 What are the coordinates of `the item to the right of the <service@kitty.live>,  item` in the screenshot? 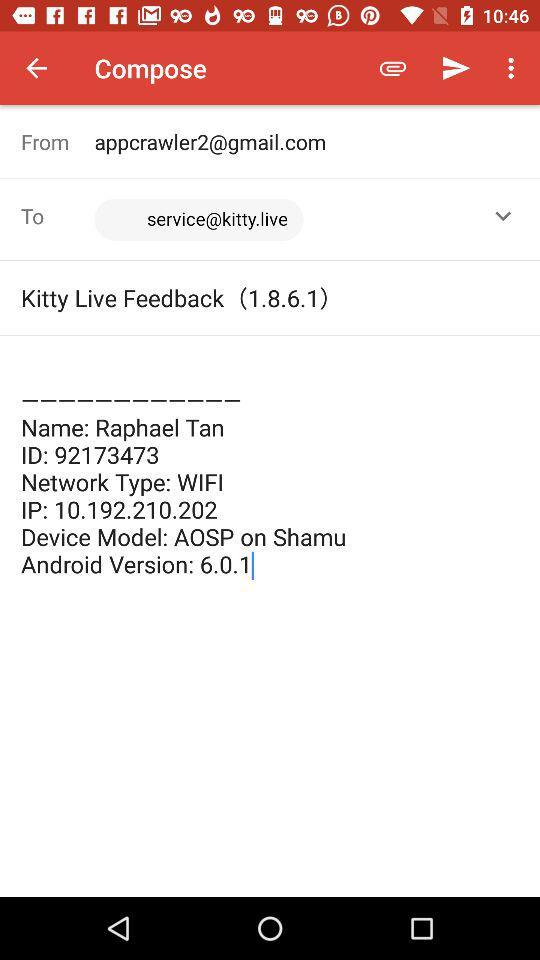 It's located at (502, 216).